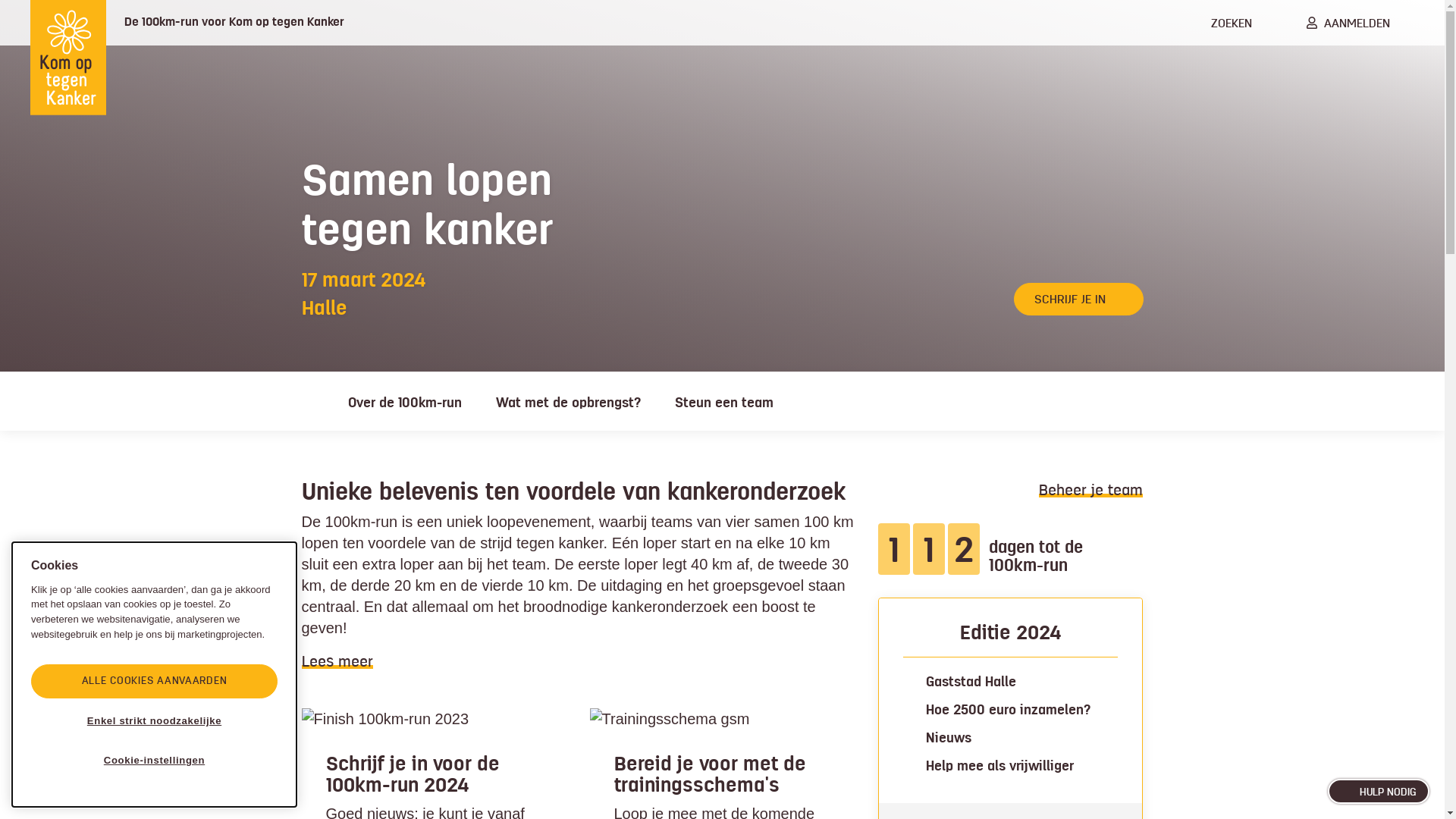 Image resolution: width=1456 pixels, height=819 pixels. I want to click on 'Gaststad Halle', so click(969, 680).